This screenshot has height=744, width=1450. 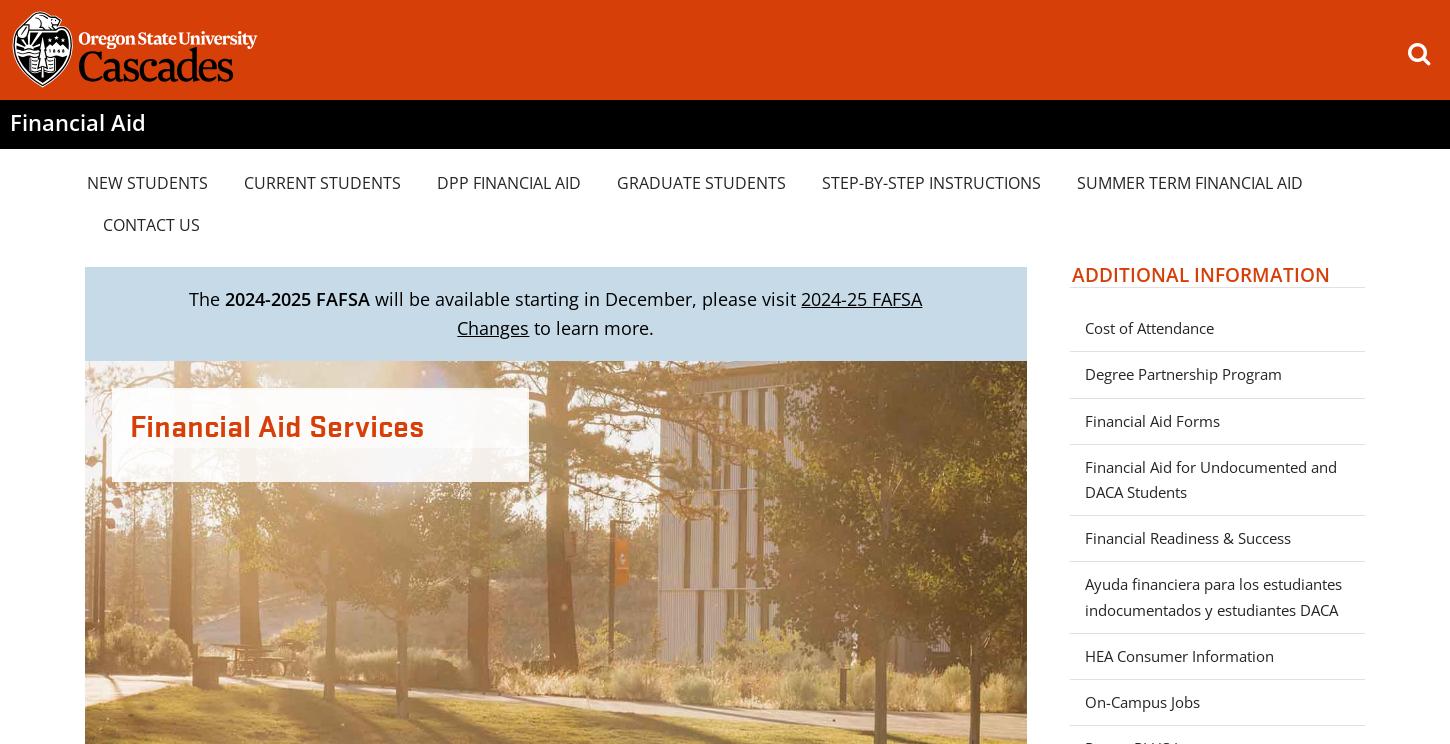 What do you see at coordinates (528, 326) in the screenshot?
I see `'to learn more.'` at bounding box center [528, 326].